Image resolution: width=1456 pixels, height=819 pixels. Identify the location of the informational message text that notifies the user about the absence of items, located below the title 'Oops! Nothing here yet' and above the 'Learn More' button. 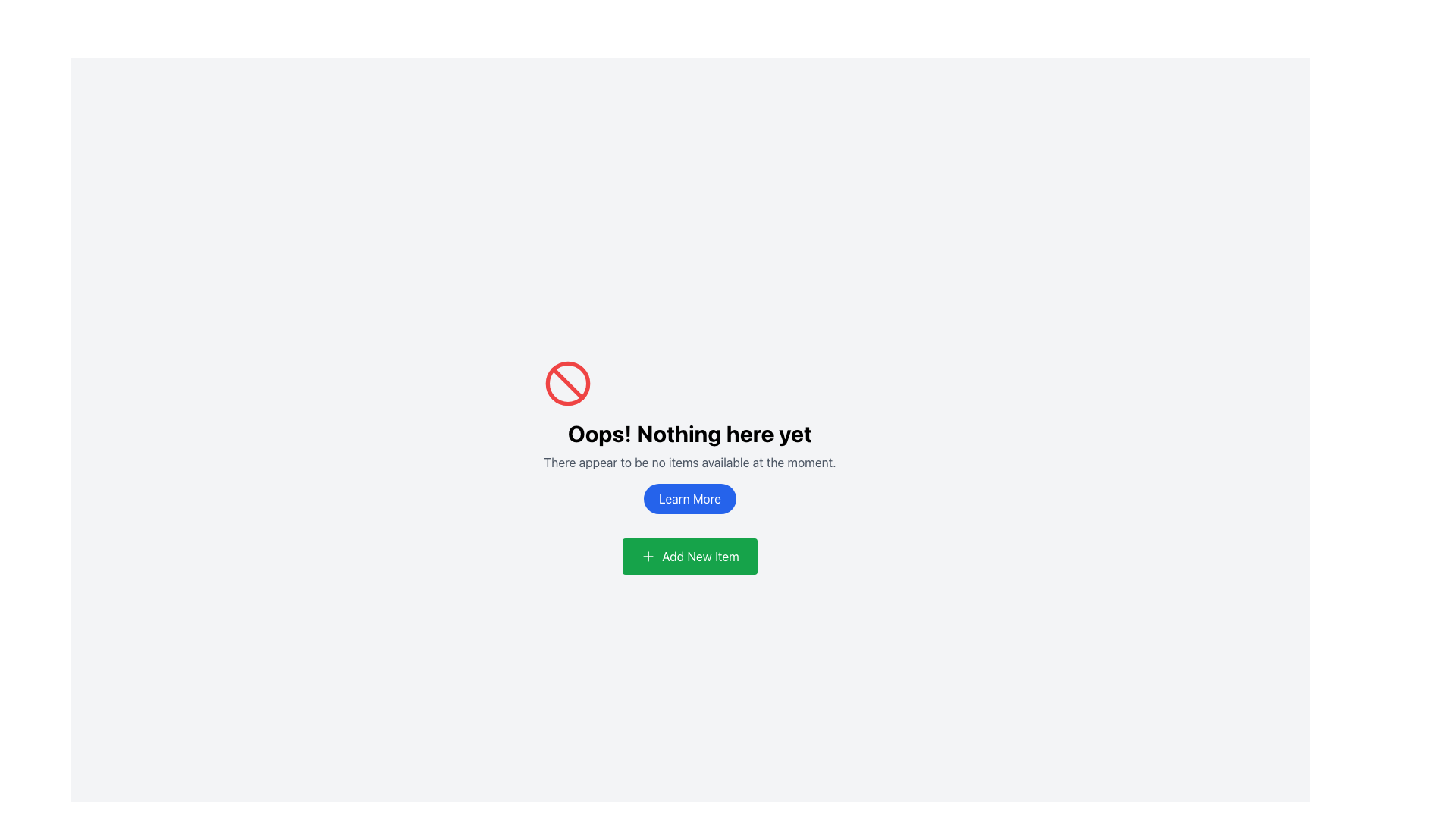
(689, 461).